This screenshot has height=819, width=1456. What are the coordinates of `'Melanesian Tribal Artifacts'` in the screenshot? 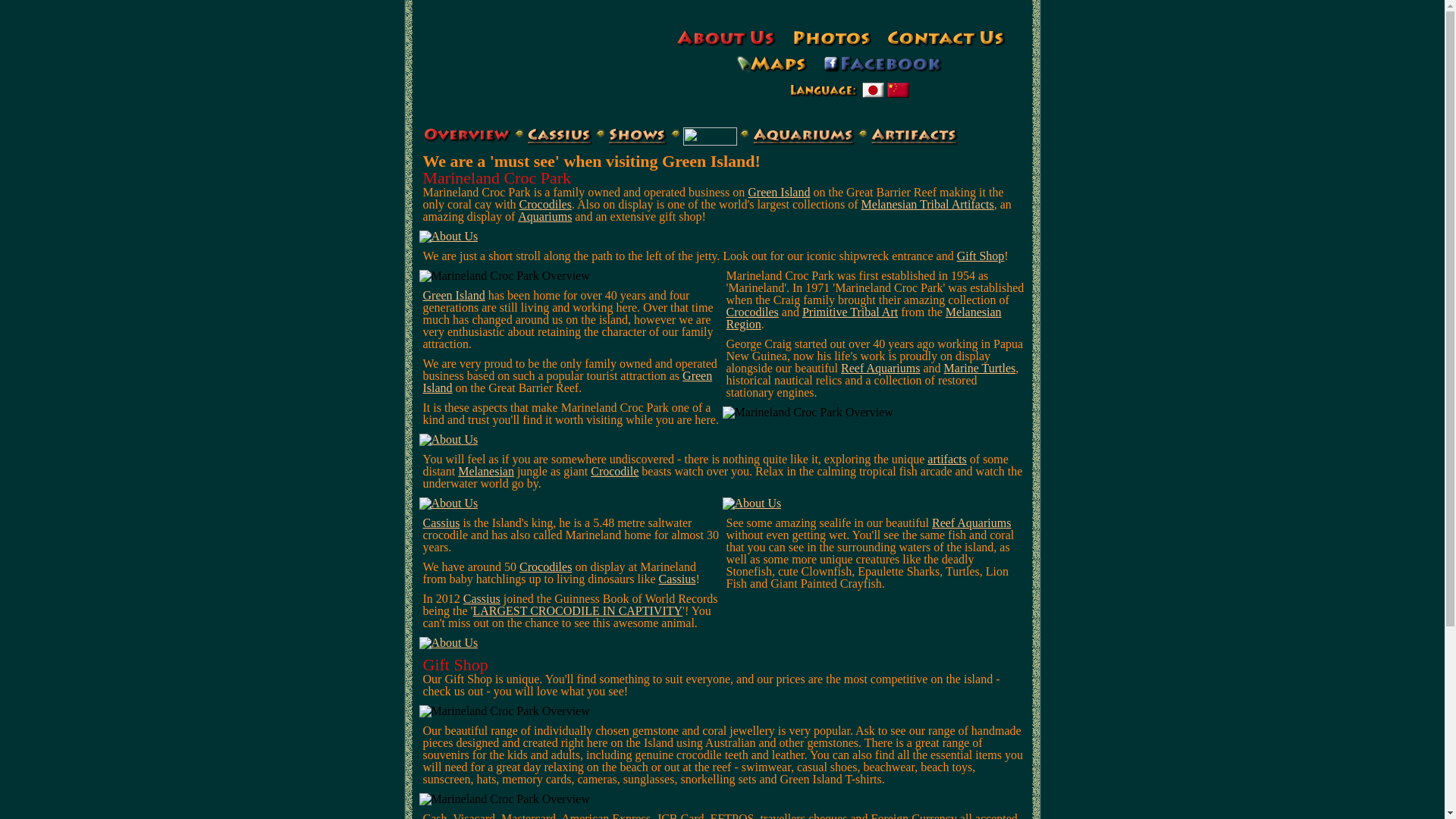 It's located at (927, 203).